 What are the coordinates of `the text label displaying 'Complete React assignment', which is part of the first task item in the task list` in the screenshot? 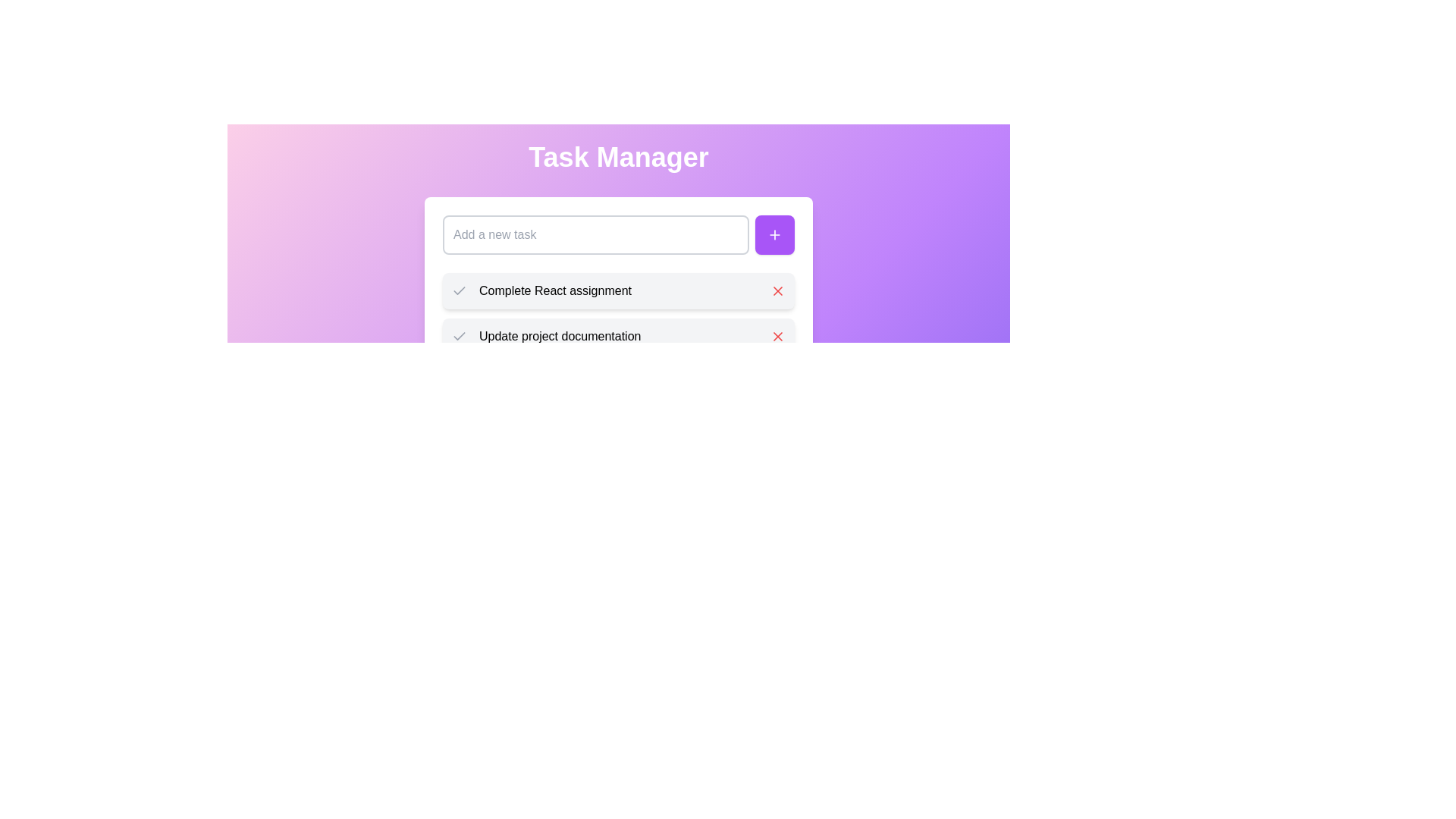 It's located at (625, 291).